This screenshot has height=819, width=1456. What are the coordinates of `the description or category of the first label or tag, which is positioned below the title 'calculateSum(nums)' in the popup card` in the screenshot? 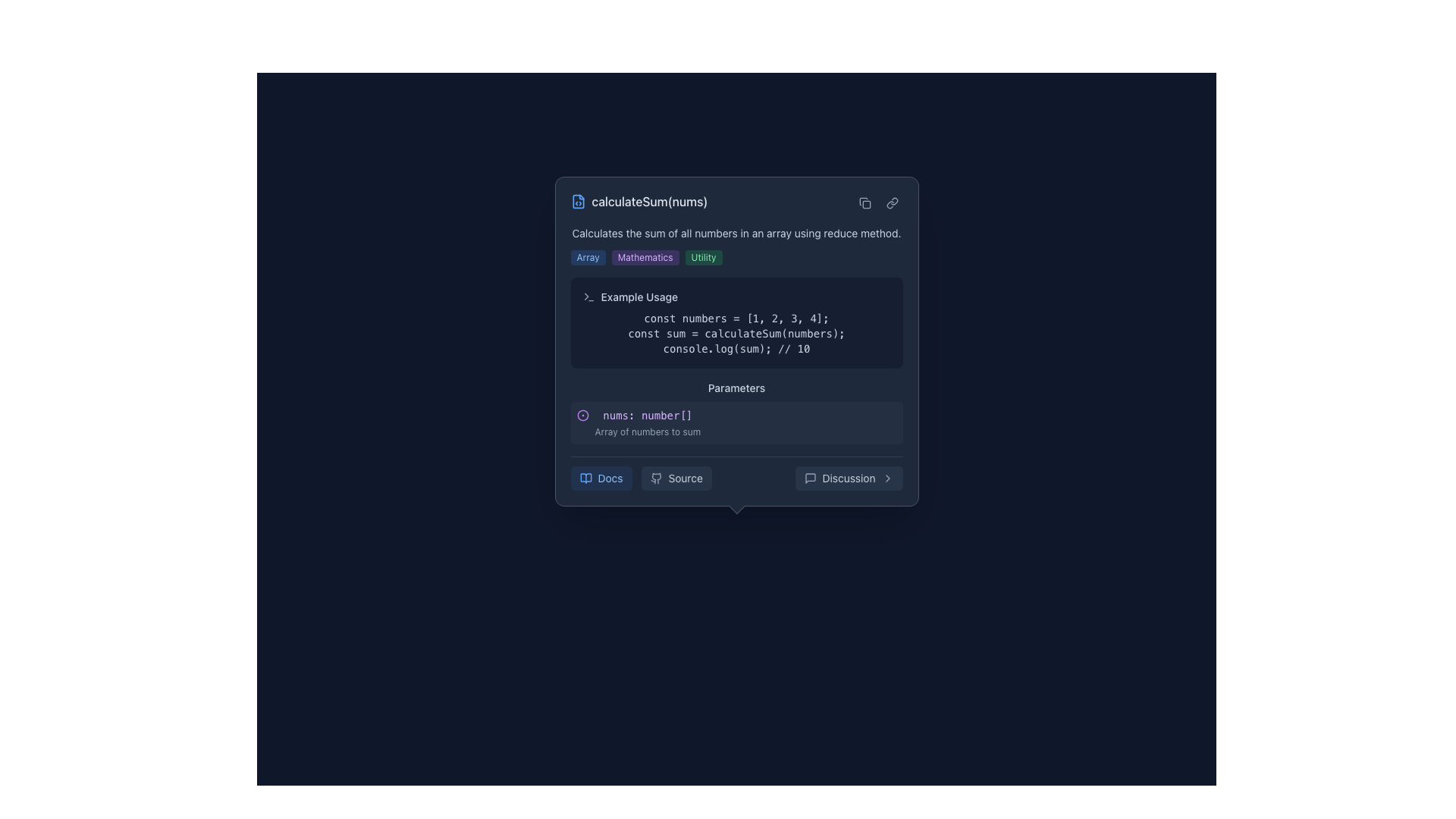 It's located at (587, 256).